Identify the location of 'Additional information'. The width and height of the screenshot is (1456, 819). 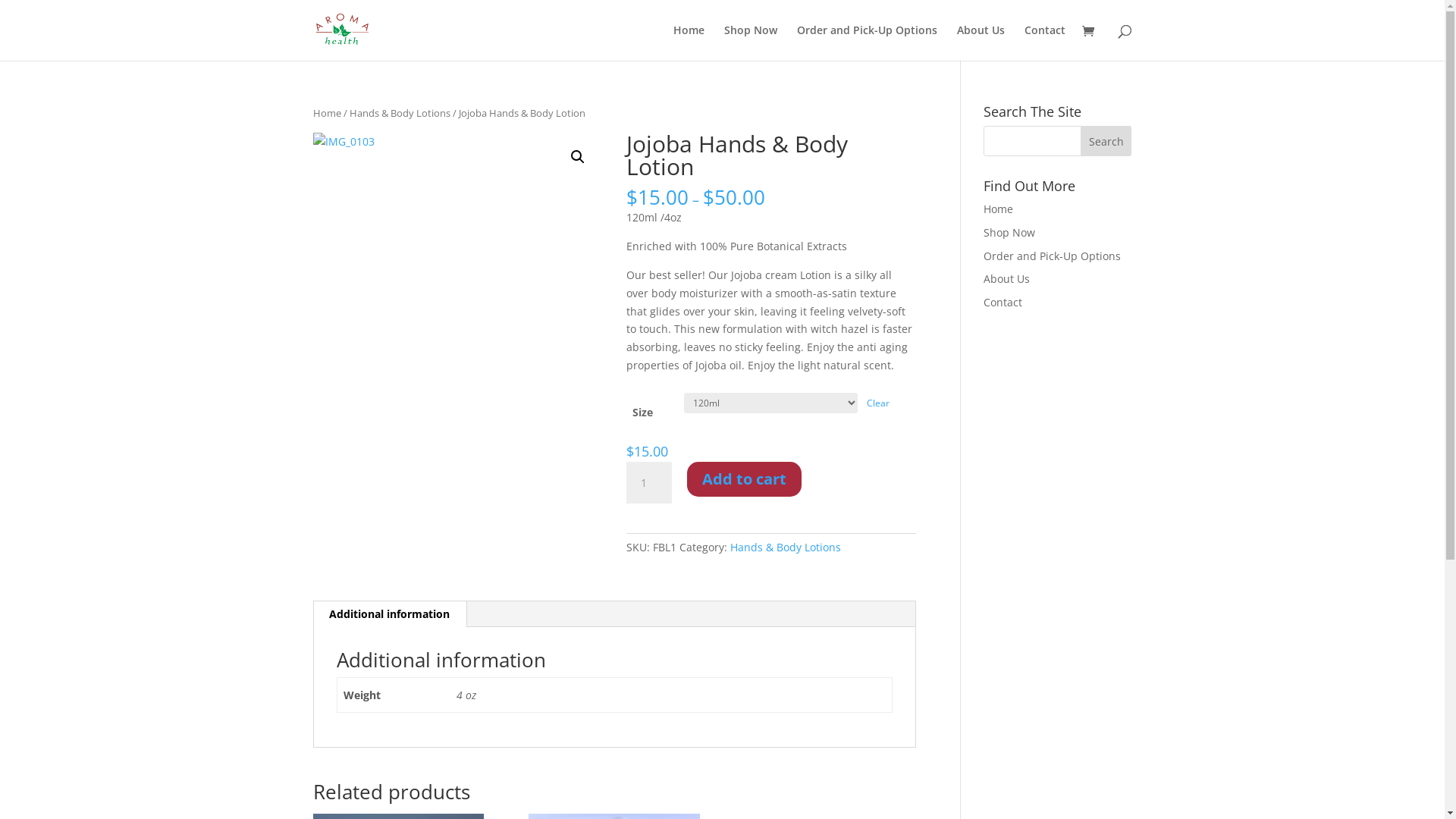
(389, 614).